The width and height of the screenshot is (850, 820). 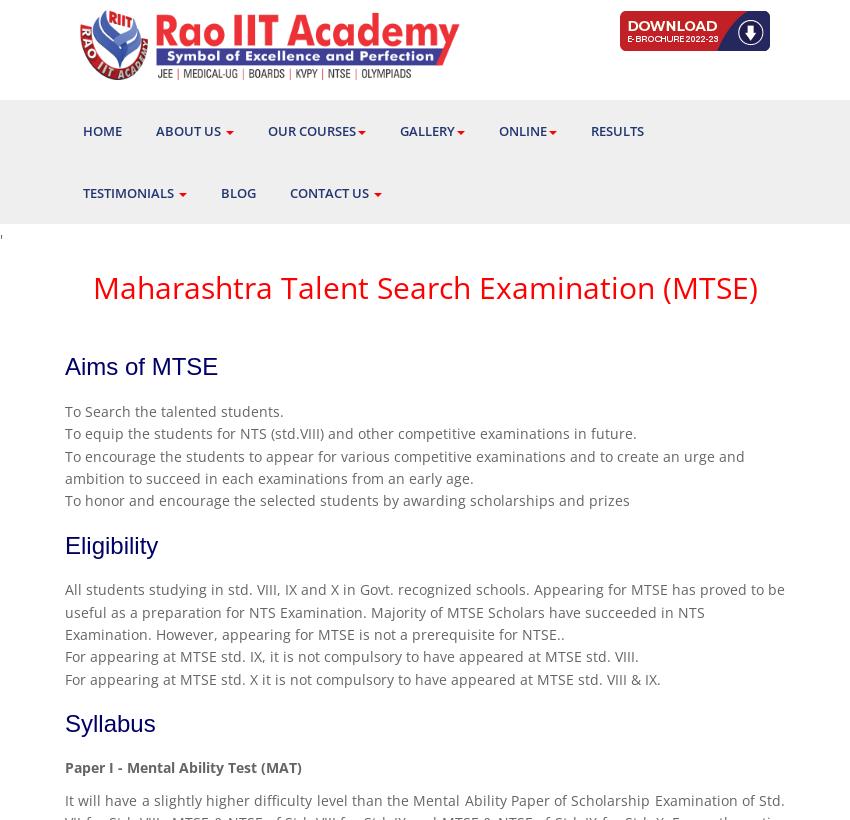 What do you see at coordinates (362, 678) in the screenshot?
I see `'For appearing at MTSE std. X it is not compulsory to have appeared at MTSE std. VIII & IX.'` at bounding box center [362, 678].